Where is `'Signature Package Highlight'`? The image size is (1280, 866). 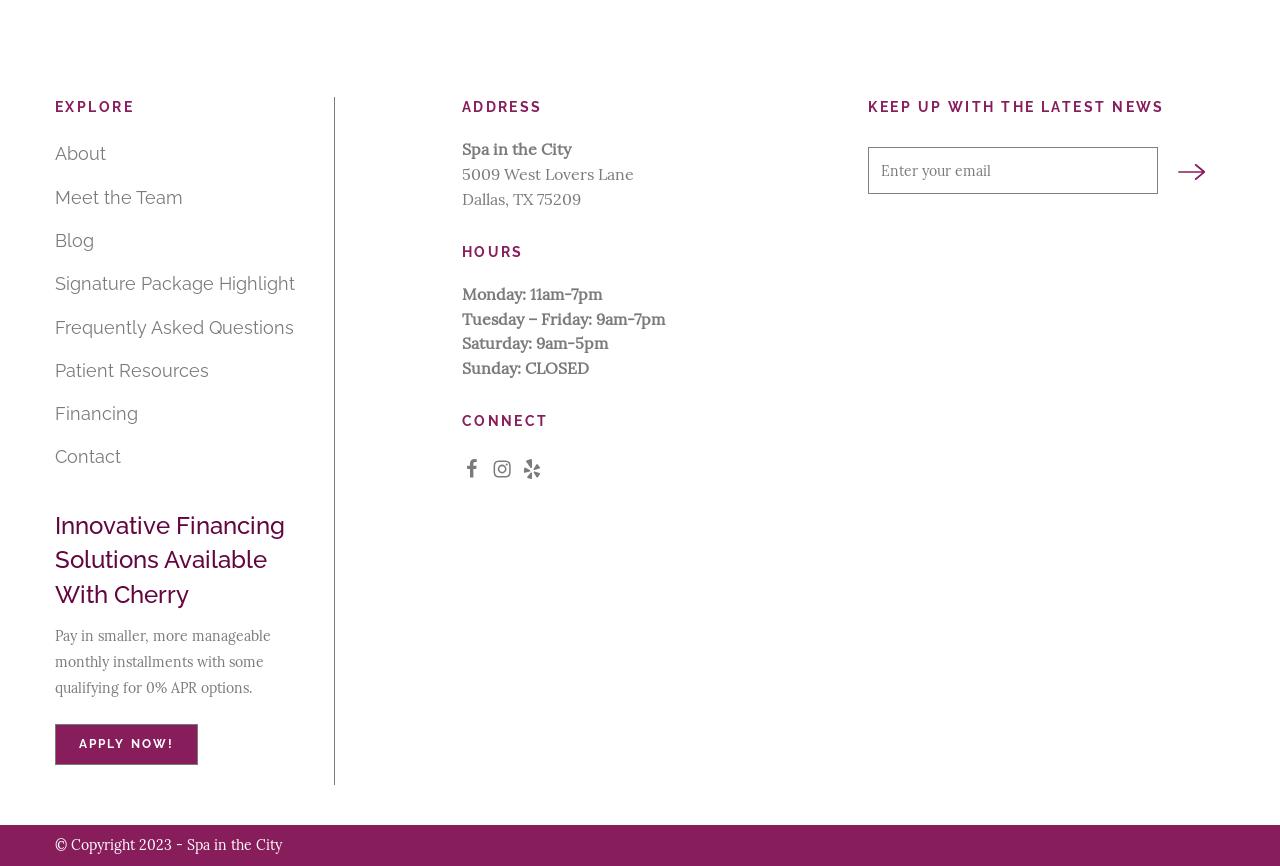
'Signature Package Highlight' is located at coordinates (174, 282).